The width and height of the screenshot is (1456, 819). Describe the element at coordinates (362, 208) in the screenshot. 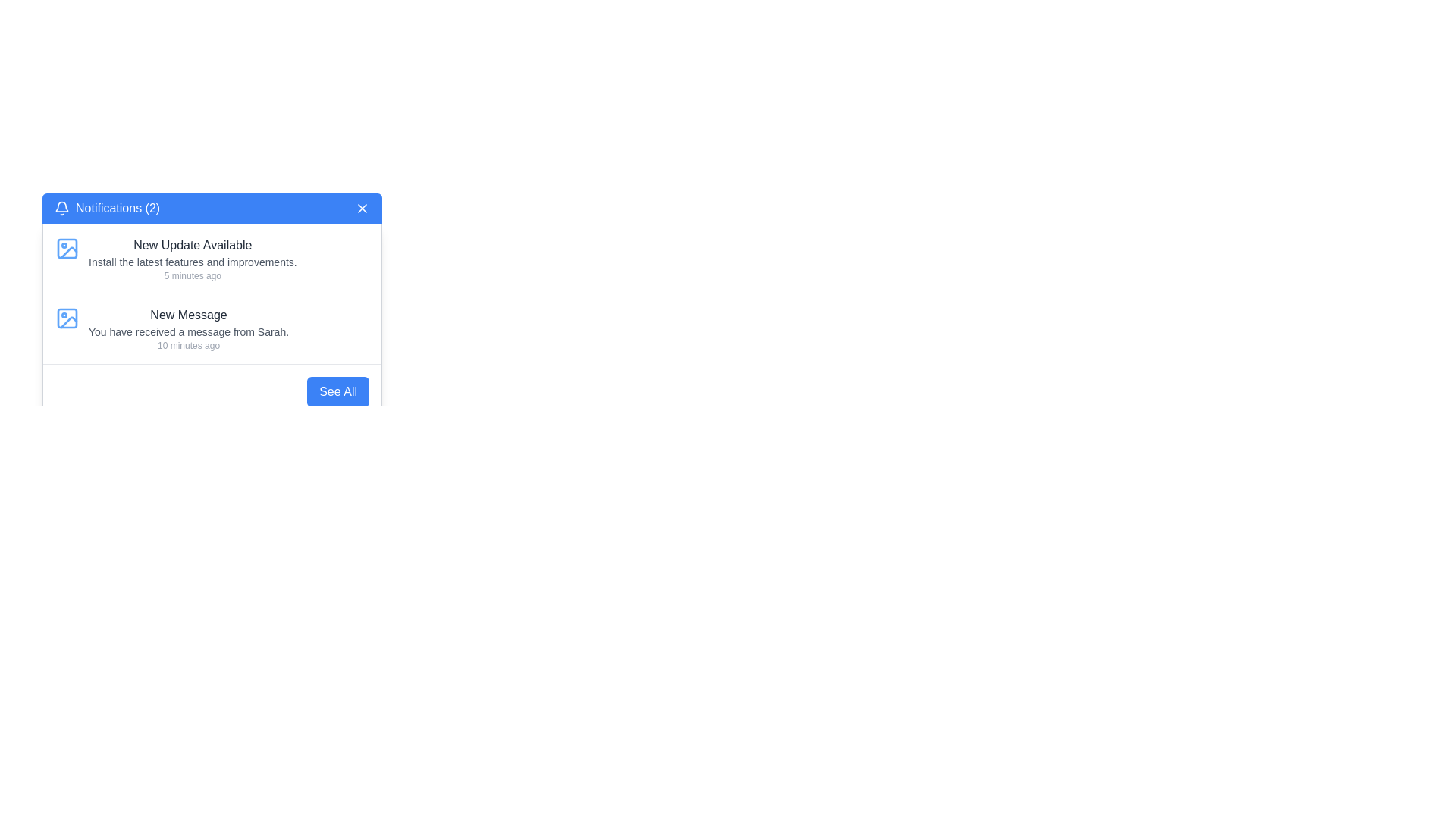

I see `the close button located at the top-right corner of the 'Notifications (2)' header bar to trigger tooltip or visual feedback` at that location.